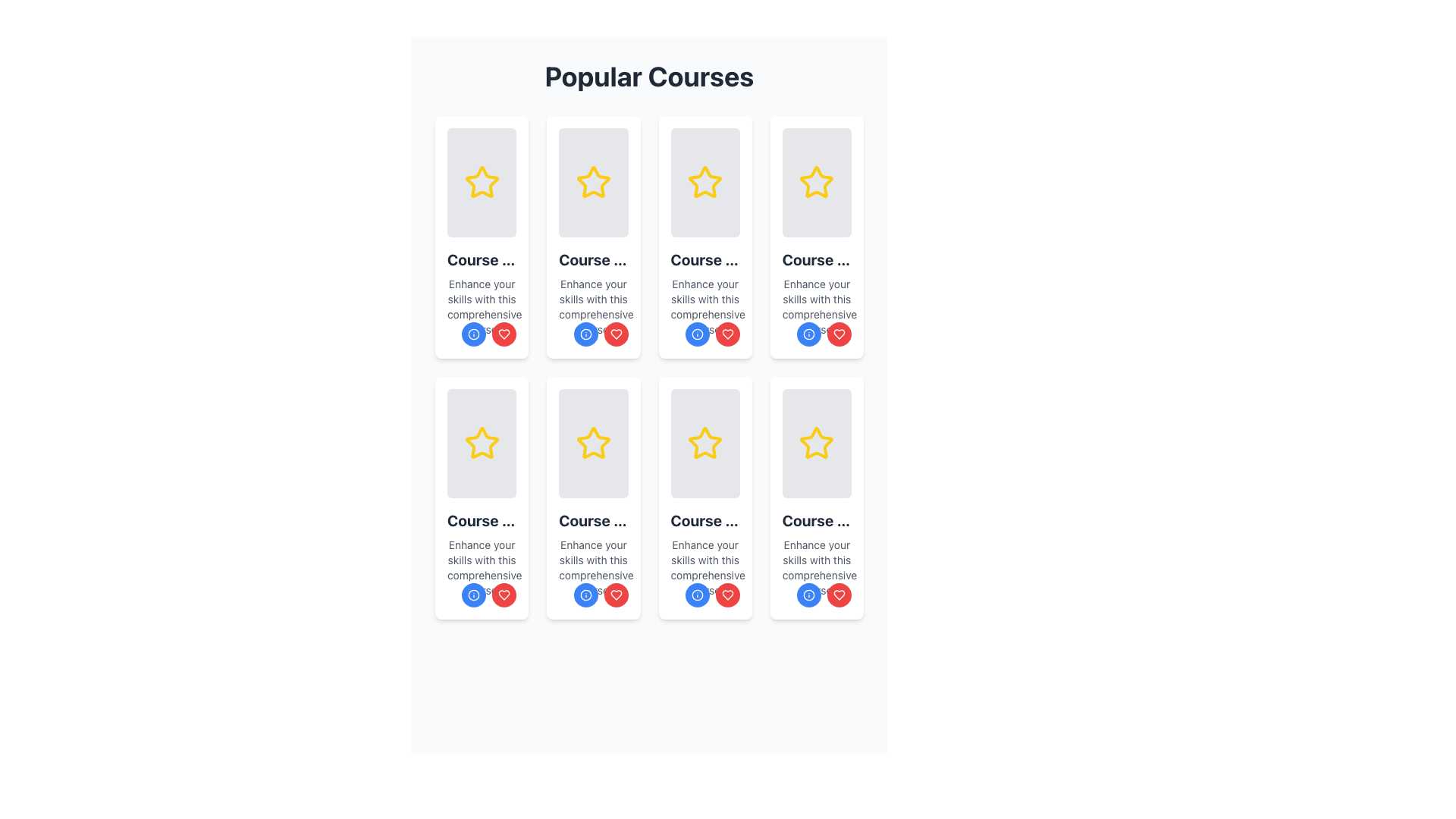 This screenshot has width=1456, height=819. I want to click on the 'Favorite' button located in the bottom right corner of the second course card in the top row of the displayed grid to mark the item as favorite, so click(839, 333).